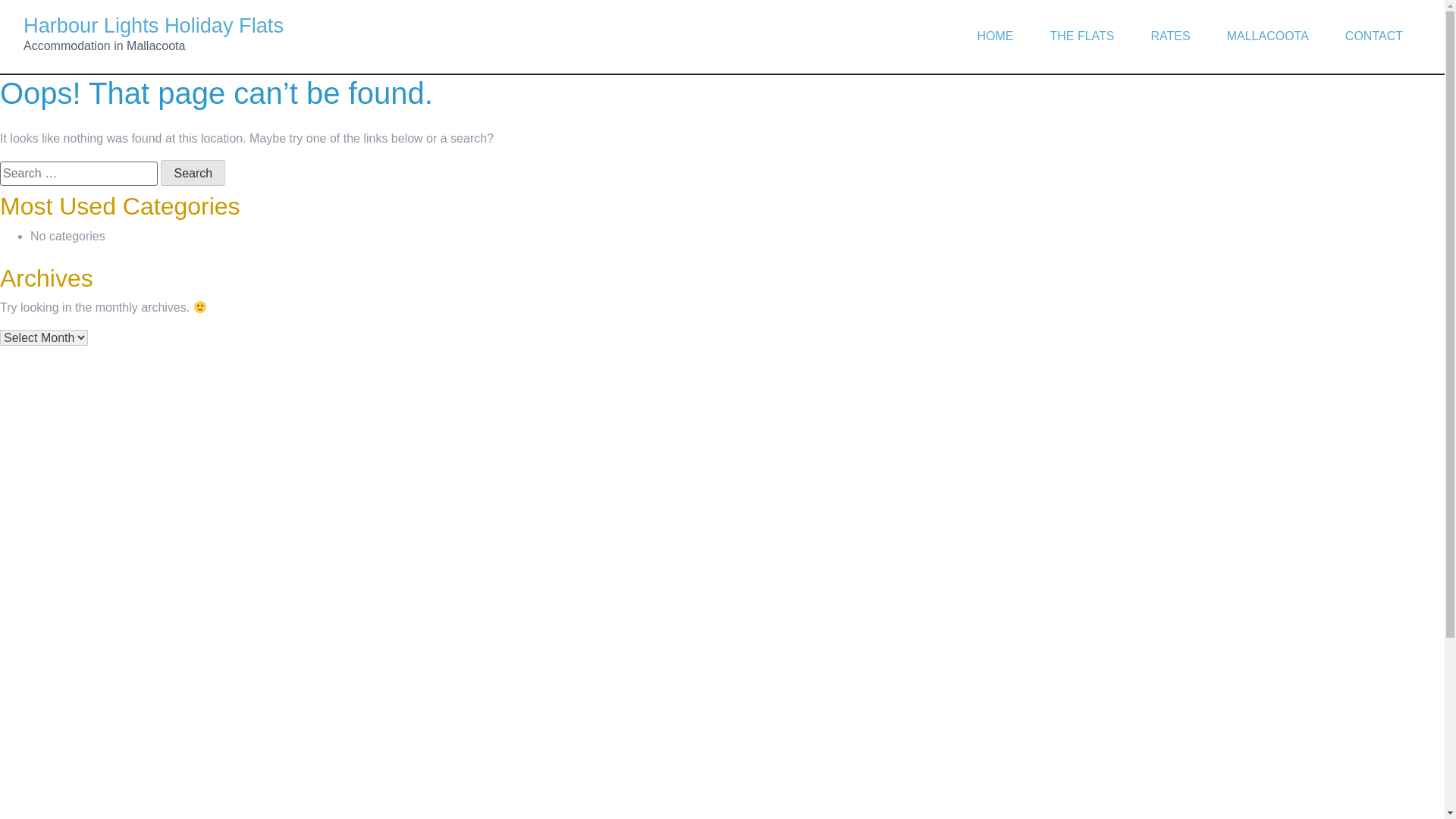 The width and height of the screenshot is (1456, 819). I want to click on 'Harbour Lights Holiday Flats', so click(153, 25).